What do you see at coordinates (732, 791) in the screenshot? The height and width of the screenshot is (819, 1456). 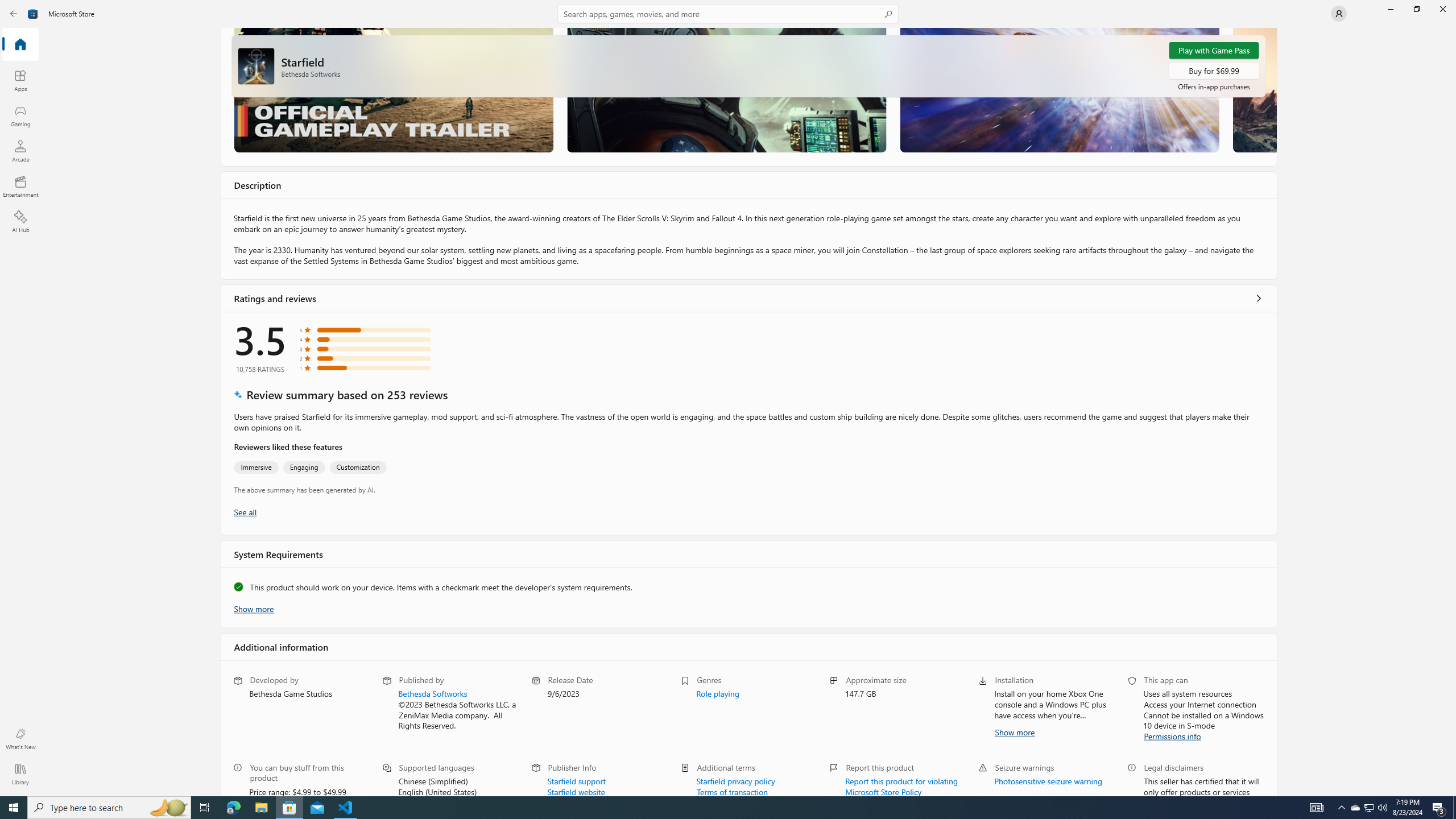 I see `'Terms of transaction'` at bounding box center [732, 791].